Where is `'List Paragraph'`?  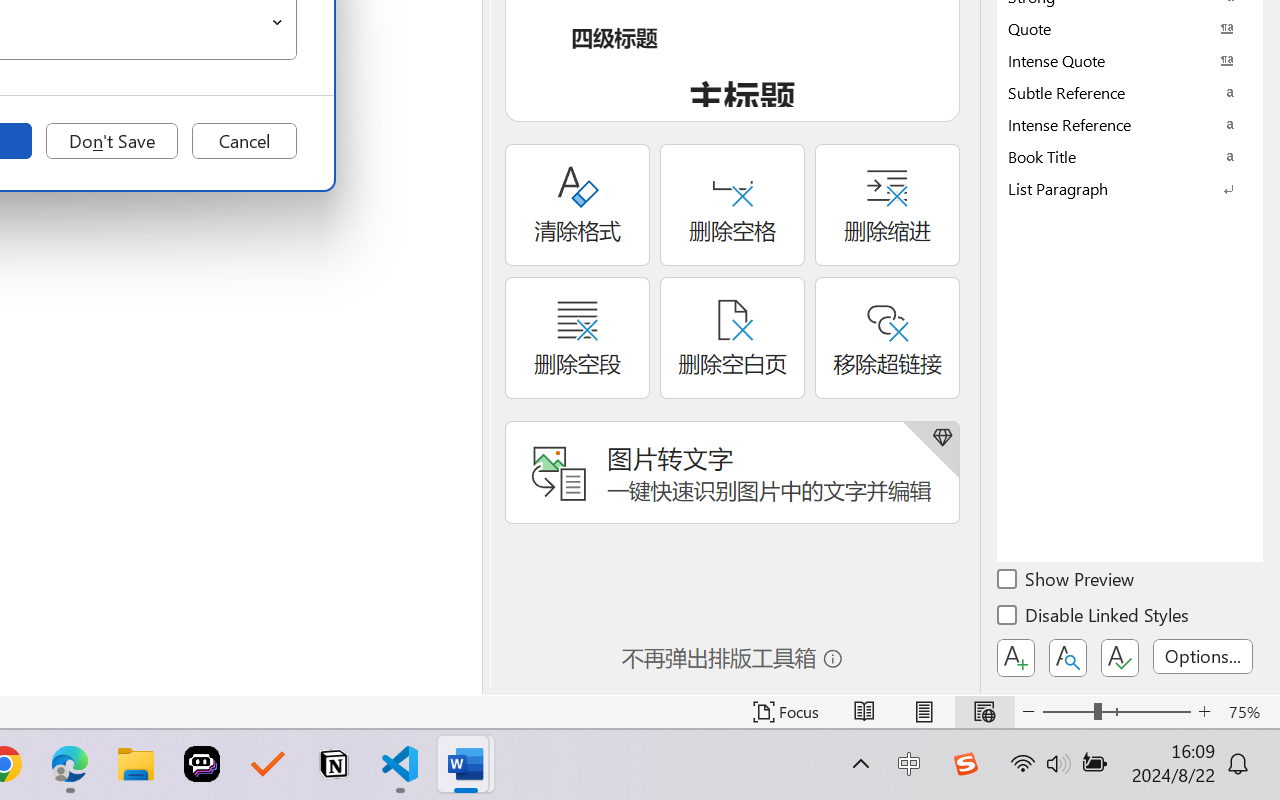
'List Paragraph' is located at coordinates (1130, 187).